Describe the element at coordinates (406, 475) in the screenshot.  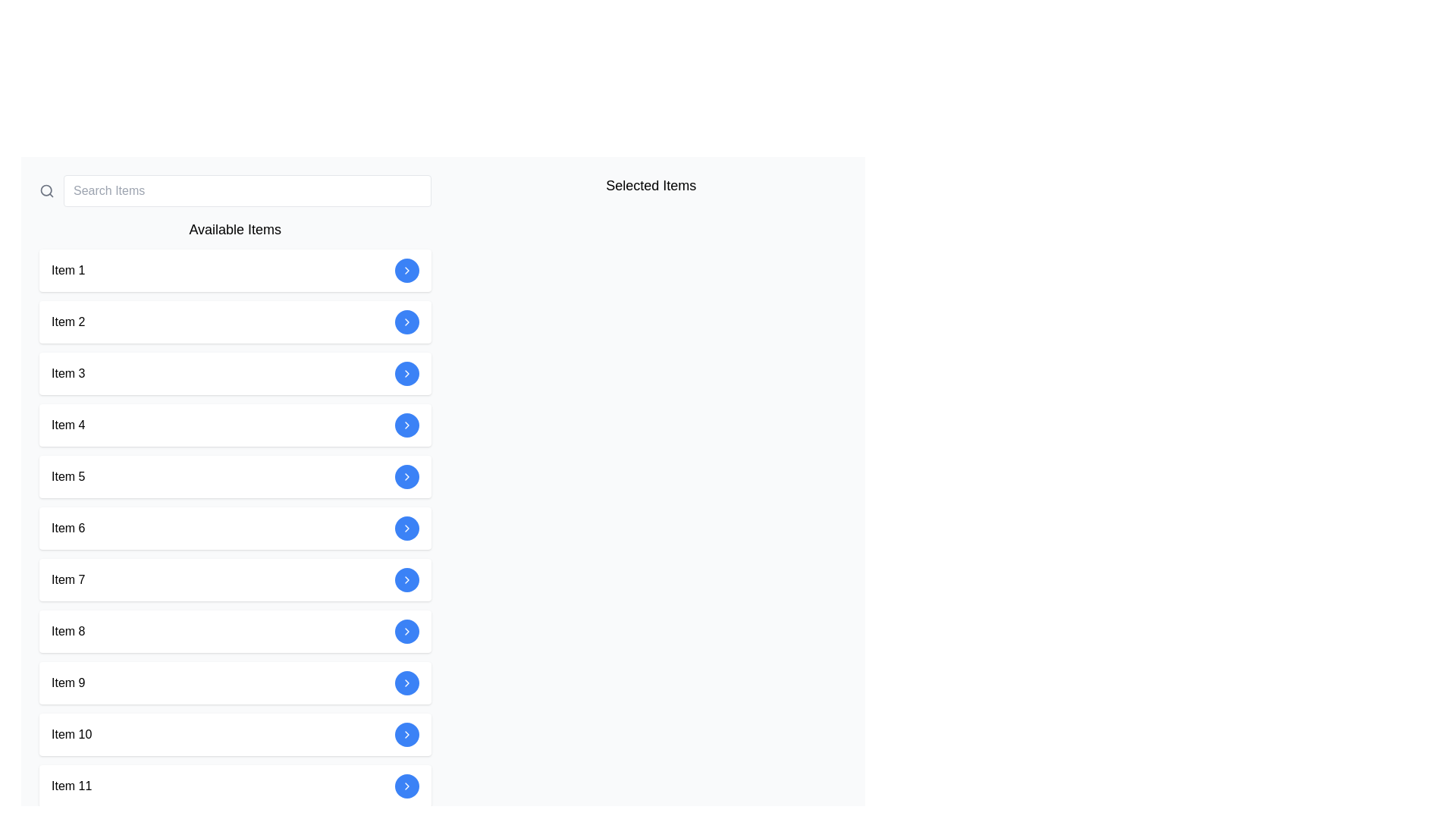
I see `the blue circular icon on the right side of the 'Item 5' entry in the 'Available Items' list` at that location.